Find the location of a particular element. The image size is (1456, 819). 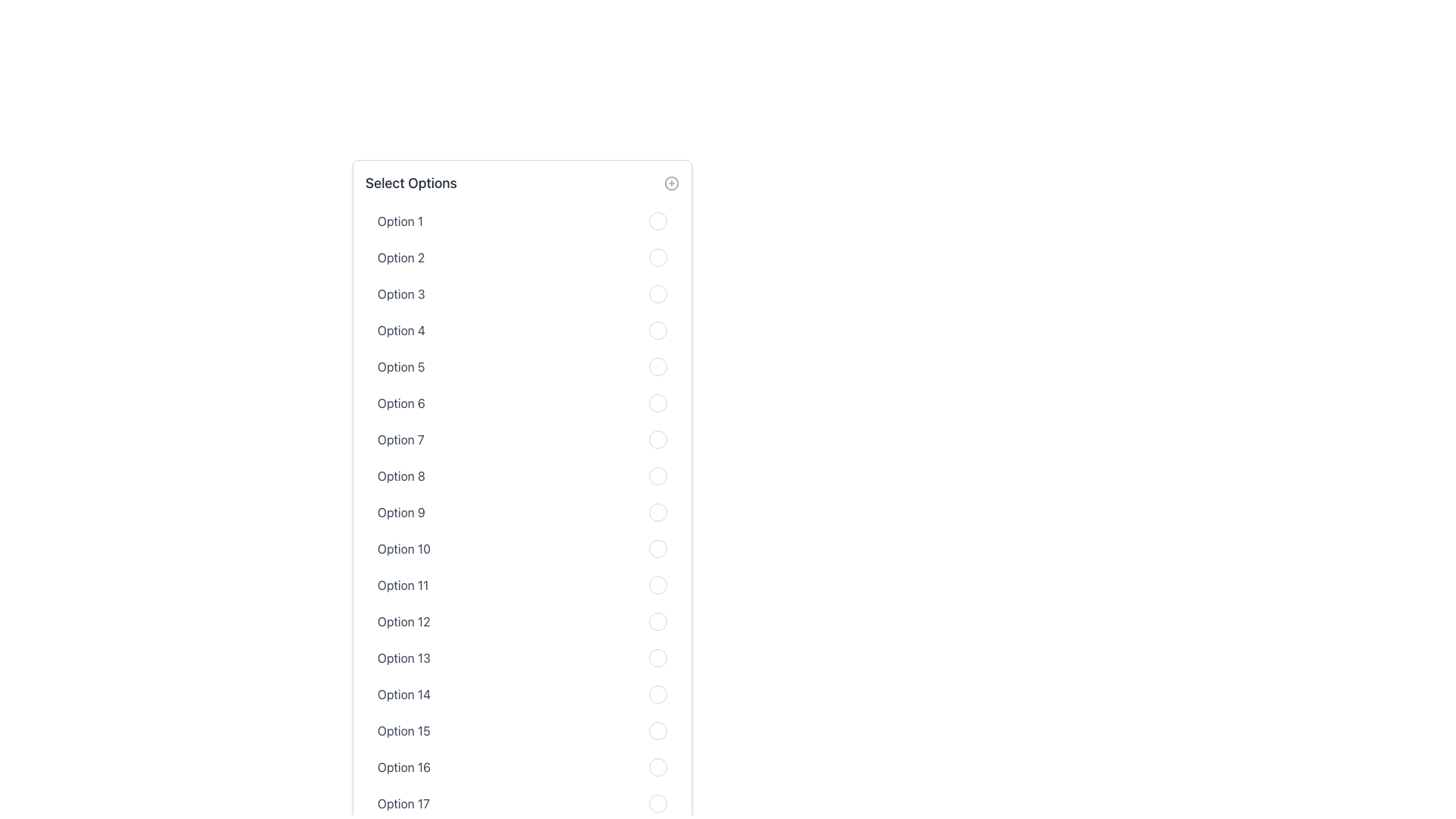

the radio button located adjacent to the text 'Option 14' is located at coordinates (658, 694).